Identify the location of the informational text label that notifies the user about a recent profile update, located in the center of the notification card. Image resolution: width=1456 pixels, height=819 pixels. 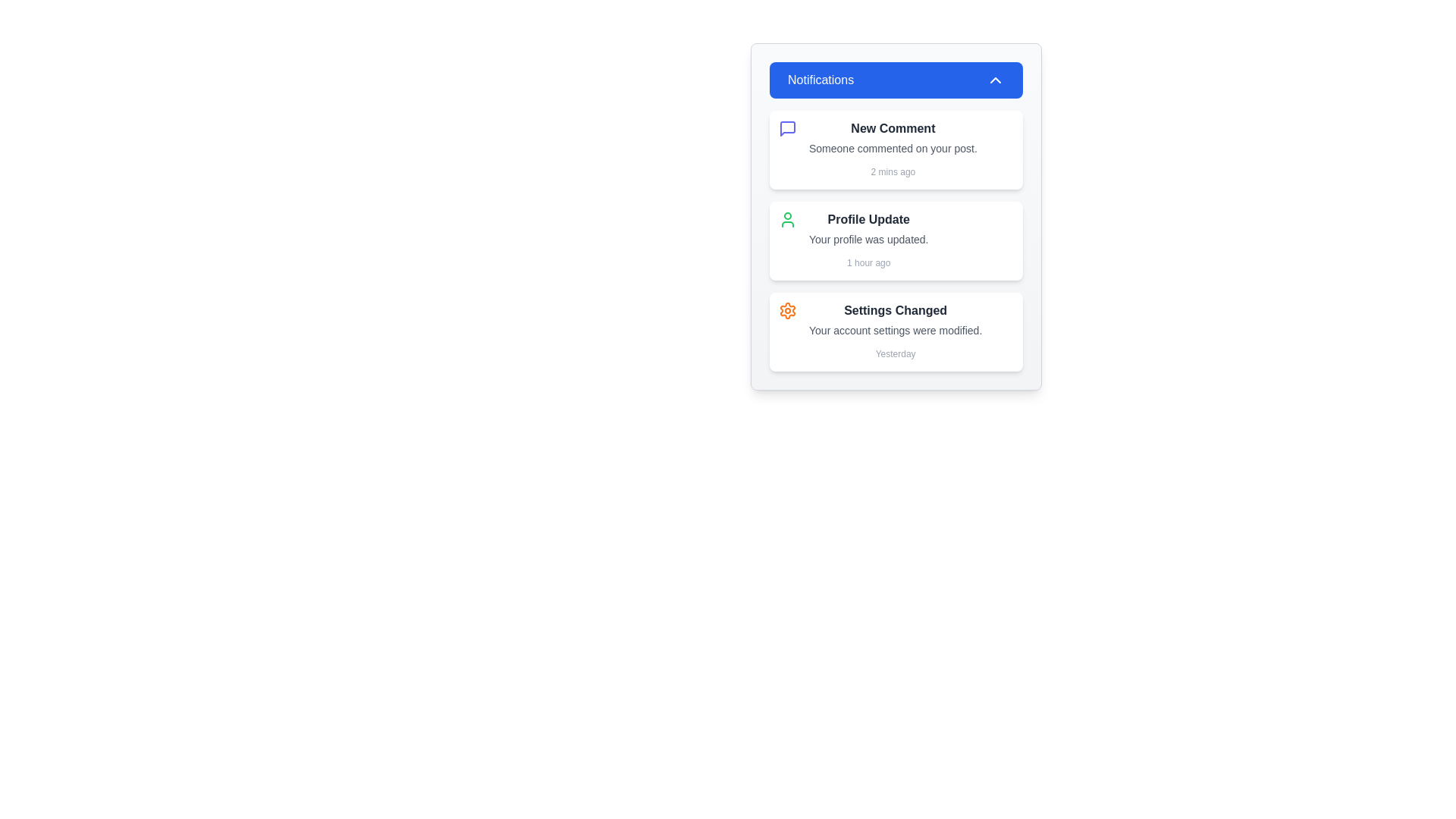
(868, 239).